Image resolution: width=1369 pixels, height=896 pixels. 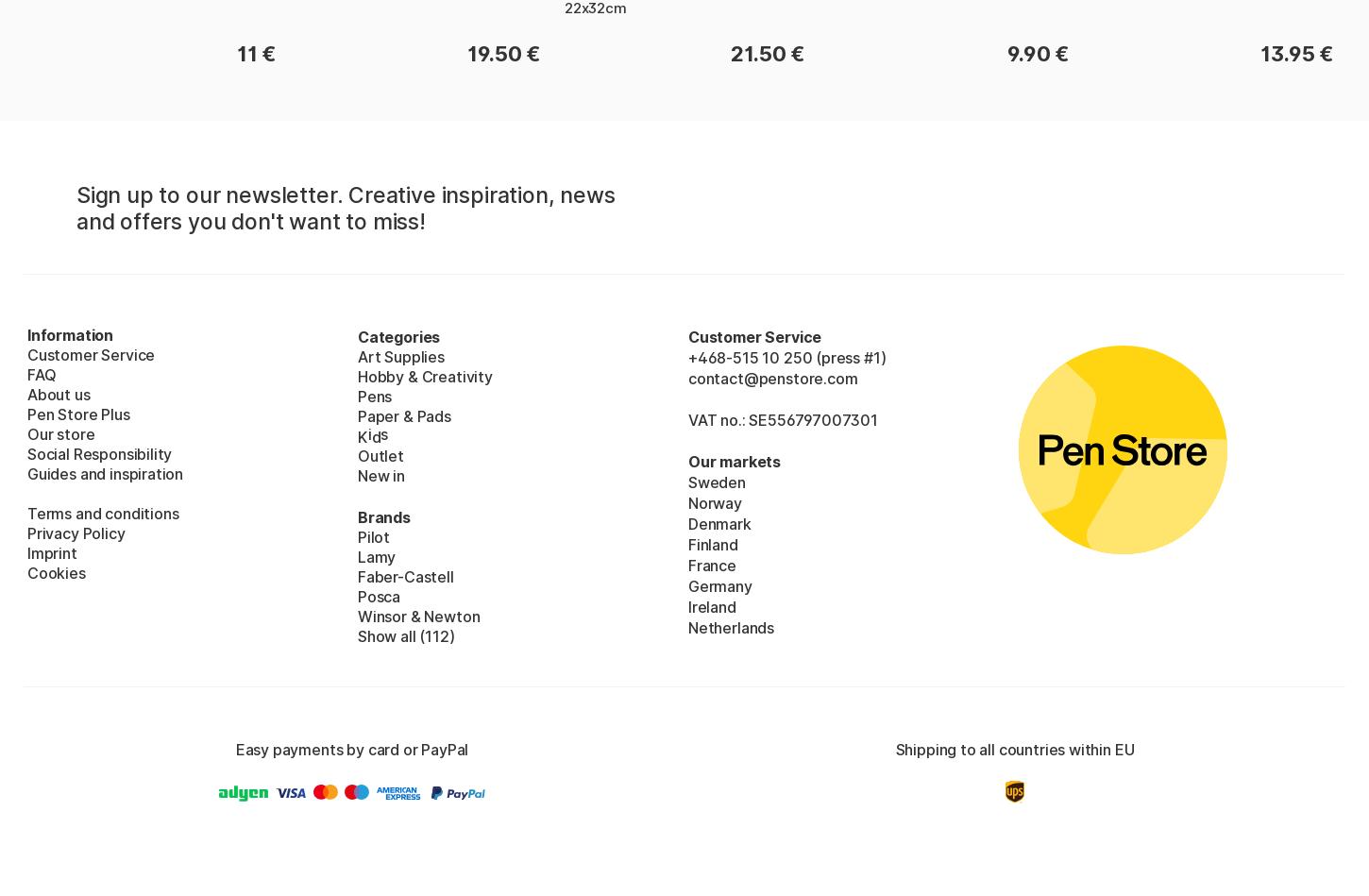 I want to click on 'Our markets', so click(x=735, y=459).